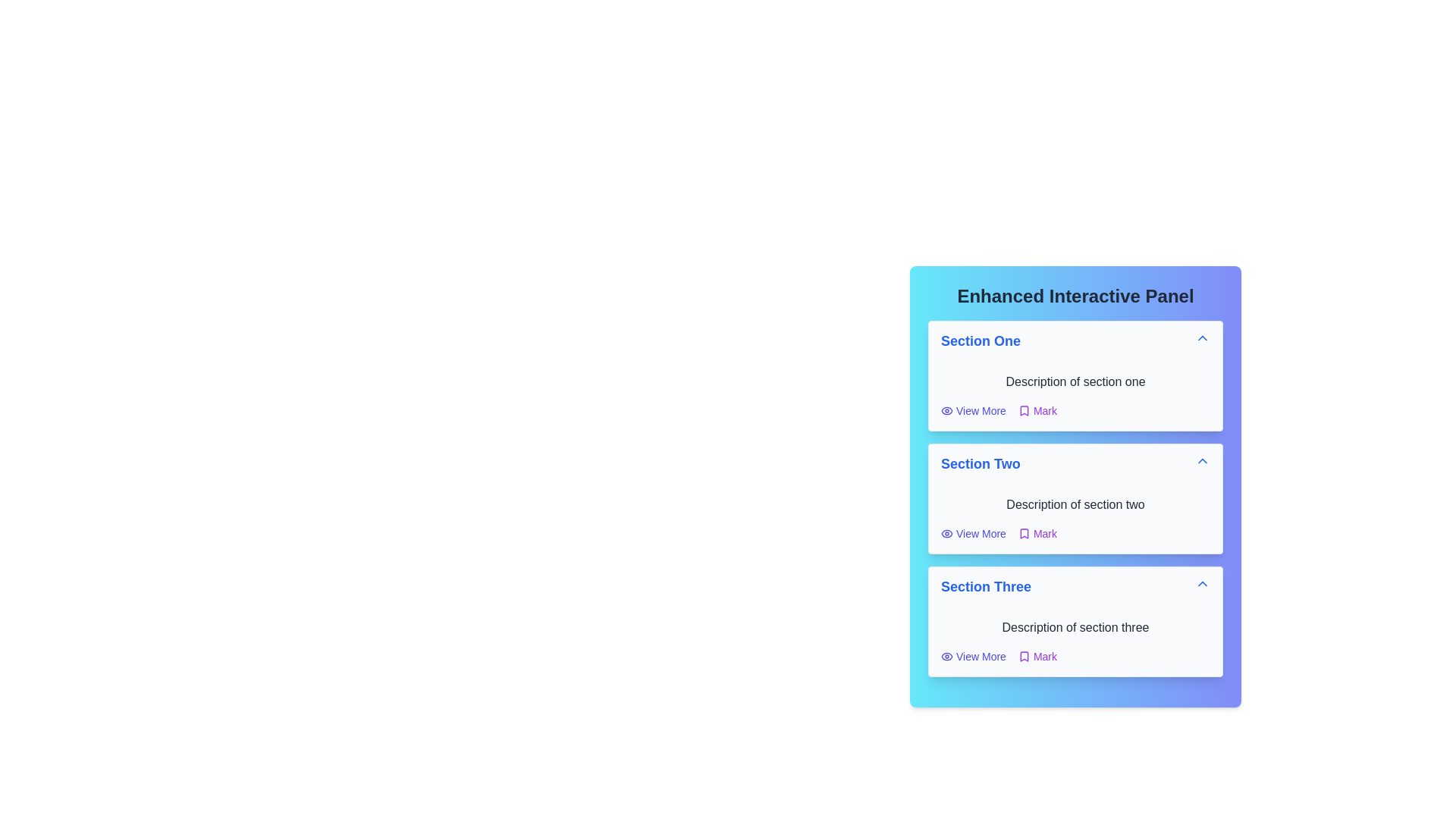 This screenshot has height=819, width=1456. Describe the element at coordinates (986, 586) in the screenshot. I see `the title of the third section in the panel, which is located below 'Section One' and 'Section Two'` at that location.